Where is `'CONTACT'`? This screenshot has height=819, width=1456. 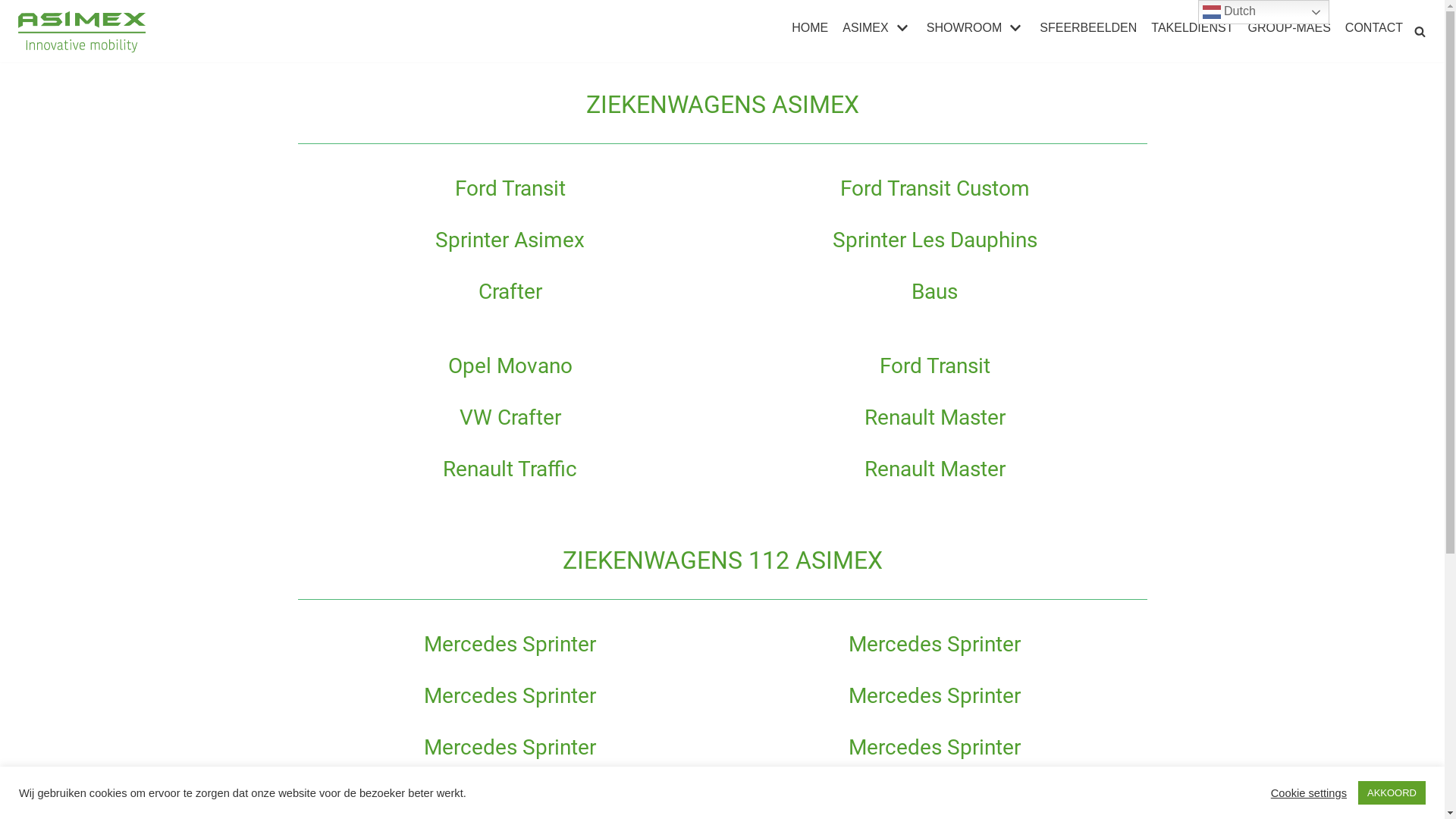 'CONTACT' is located at coordinates (1373, 28).